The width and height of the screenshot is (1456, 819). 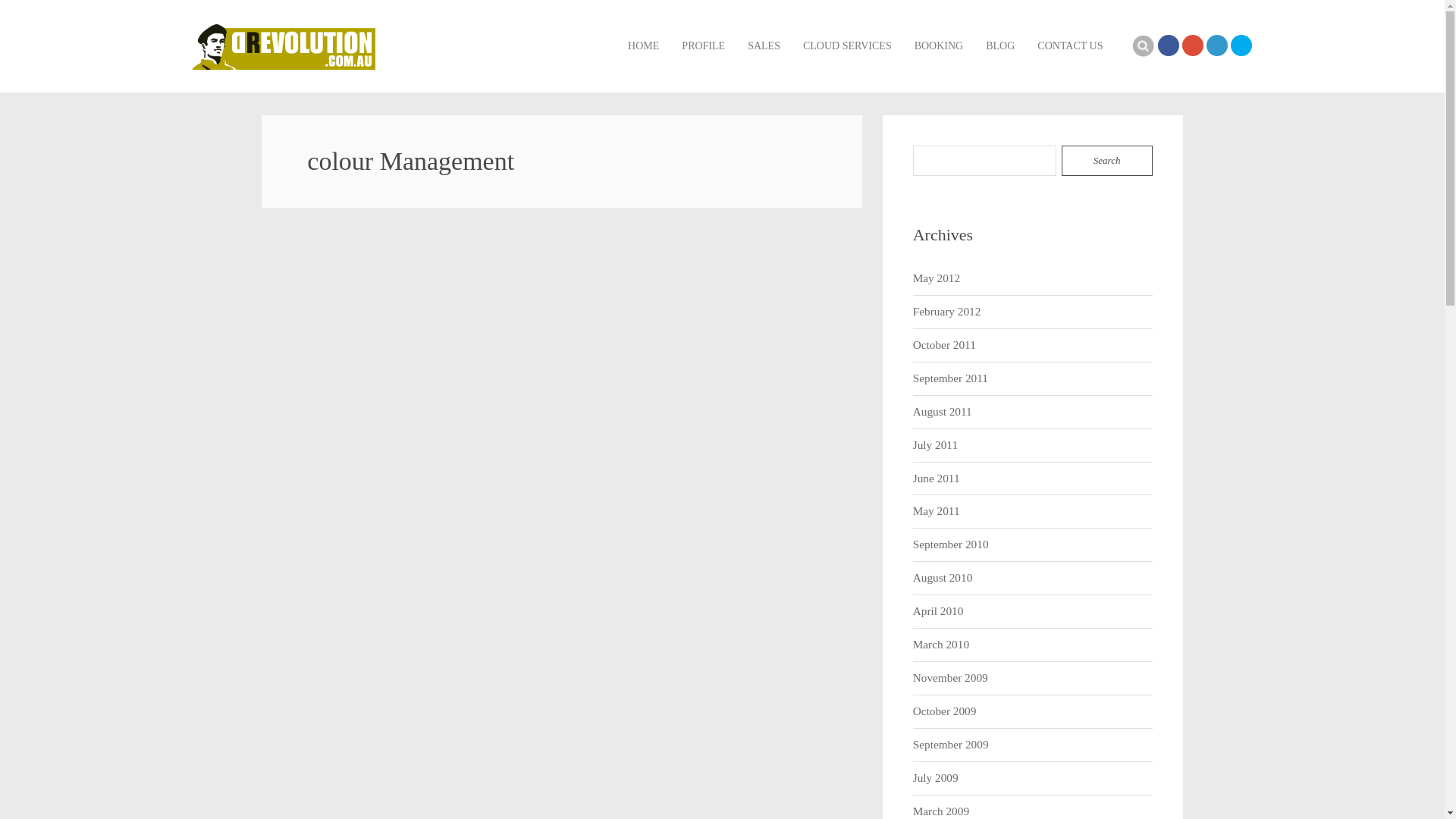 I want to click on 'November 2009', so click(x=949, y=677).